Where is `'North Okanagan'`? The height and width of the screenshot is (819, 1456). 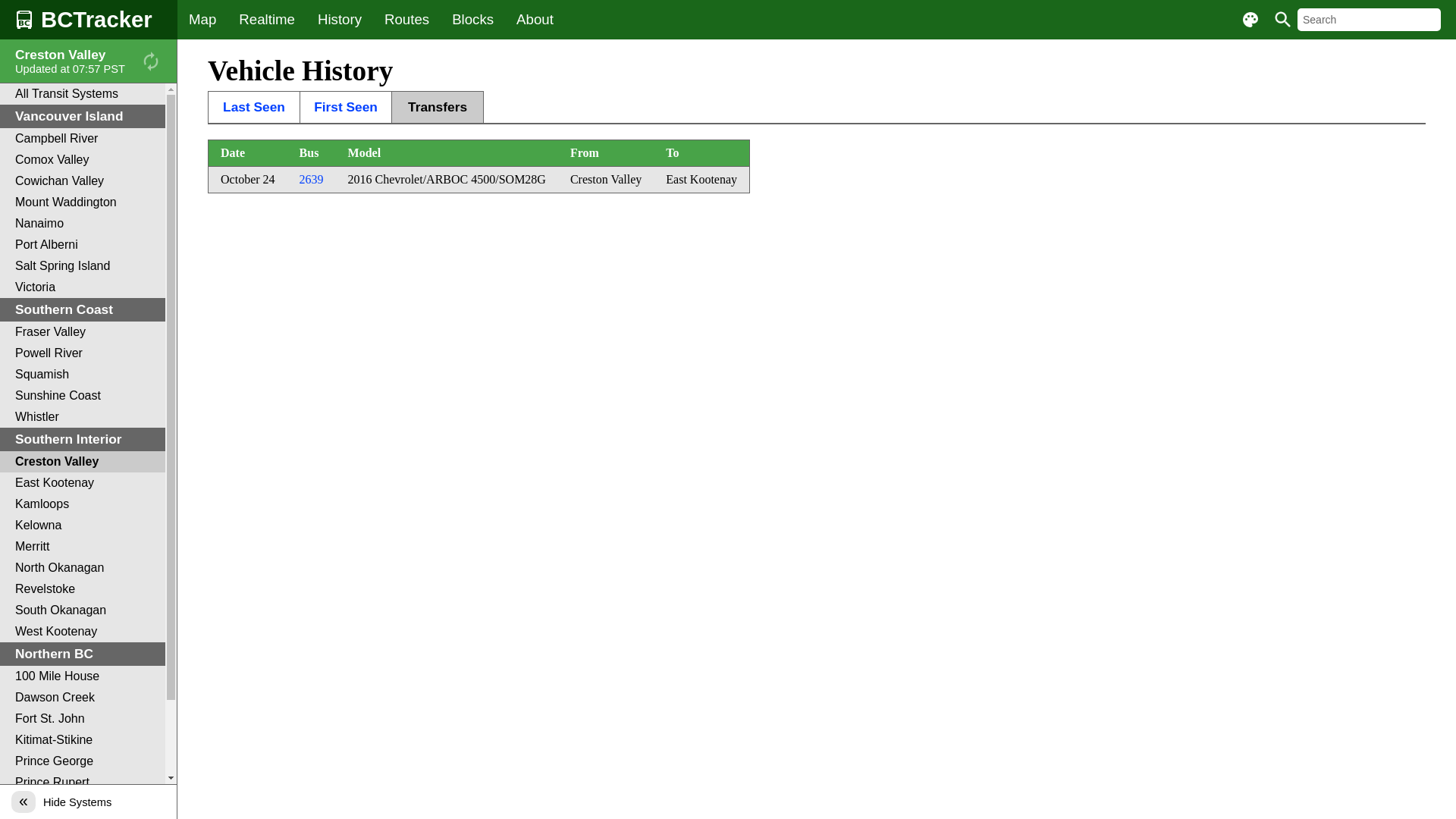
'North Okanagan' is located at coordinates (82, 567).